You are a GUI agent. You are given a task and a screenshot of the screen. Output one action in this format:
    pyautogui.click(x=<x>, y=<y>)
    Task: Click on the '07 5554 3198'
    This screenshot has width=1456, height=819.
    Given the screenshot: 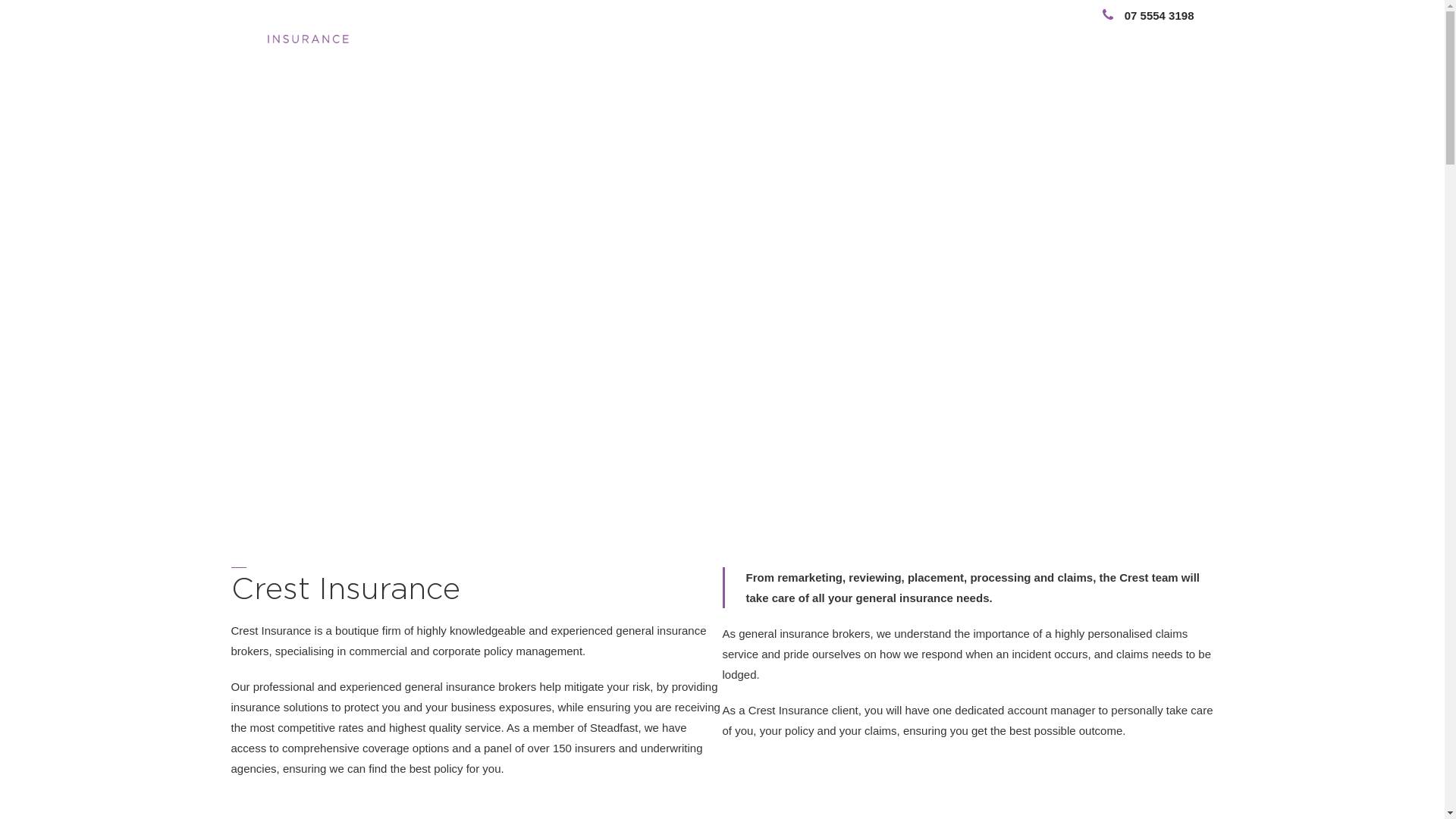 What is the action you would take?
    pyautogui.click(x=1082, y=15)
    